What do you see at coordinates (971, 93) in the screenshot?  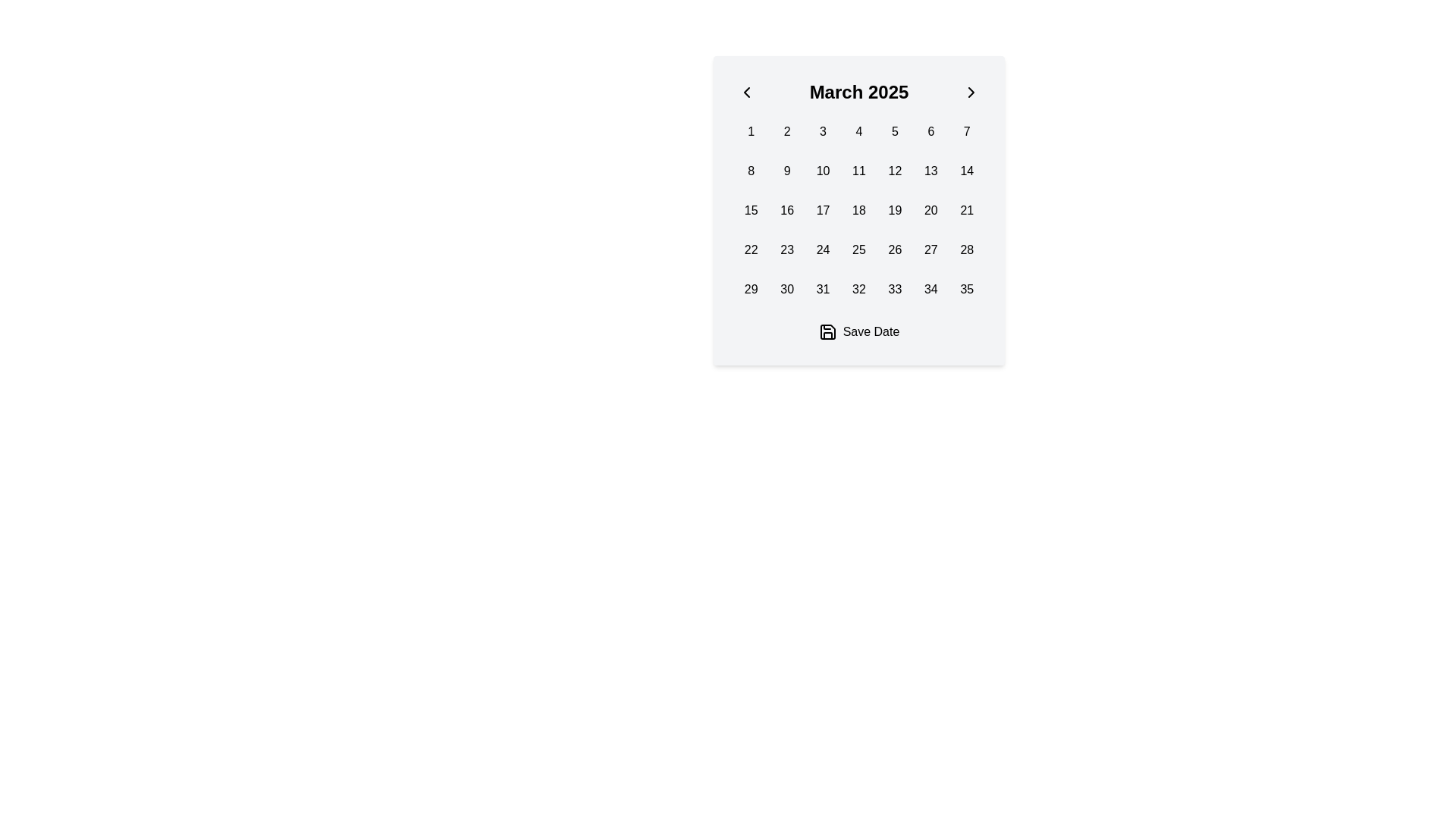 I see `the button that navigates to the next month in the calendar interface, located at the right end of the row adjacent to 'March 2025'` at bounding box center [971, 93].